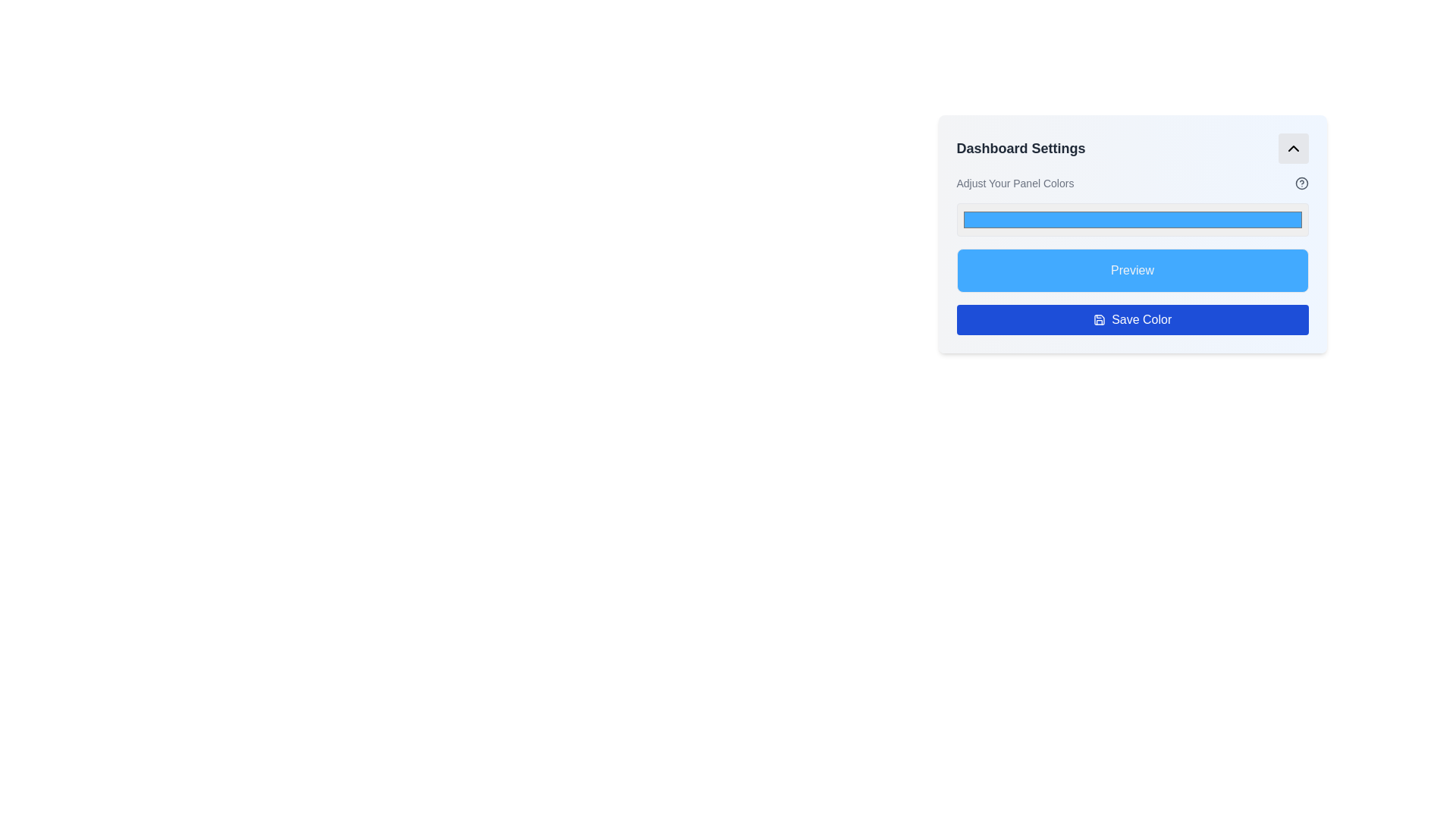  Describe the element at coordinates (1132, 270) in the screenshot. I see `the 'Preview' button, which is a rectangular button with a blue background and rounded corners, located in the middle section of the 'Dashboard Settings' widget` at that location.